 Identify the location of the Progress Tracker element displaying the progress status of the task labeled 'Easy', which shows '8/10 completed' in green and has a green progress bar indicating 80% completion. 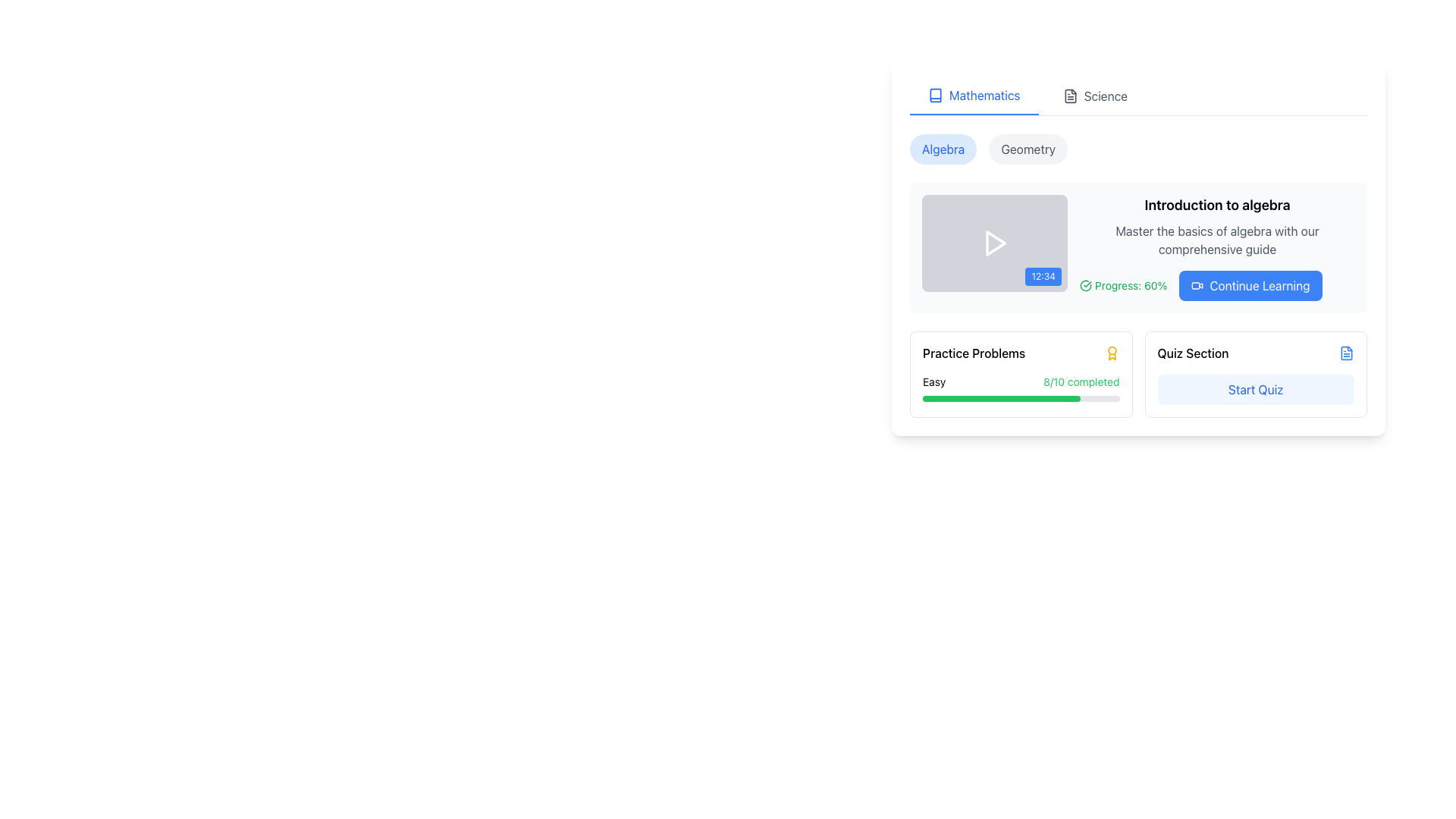
(1021, 388).